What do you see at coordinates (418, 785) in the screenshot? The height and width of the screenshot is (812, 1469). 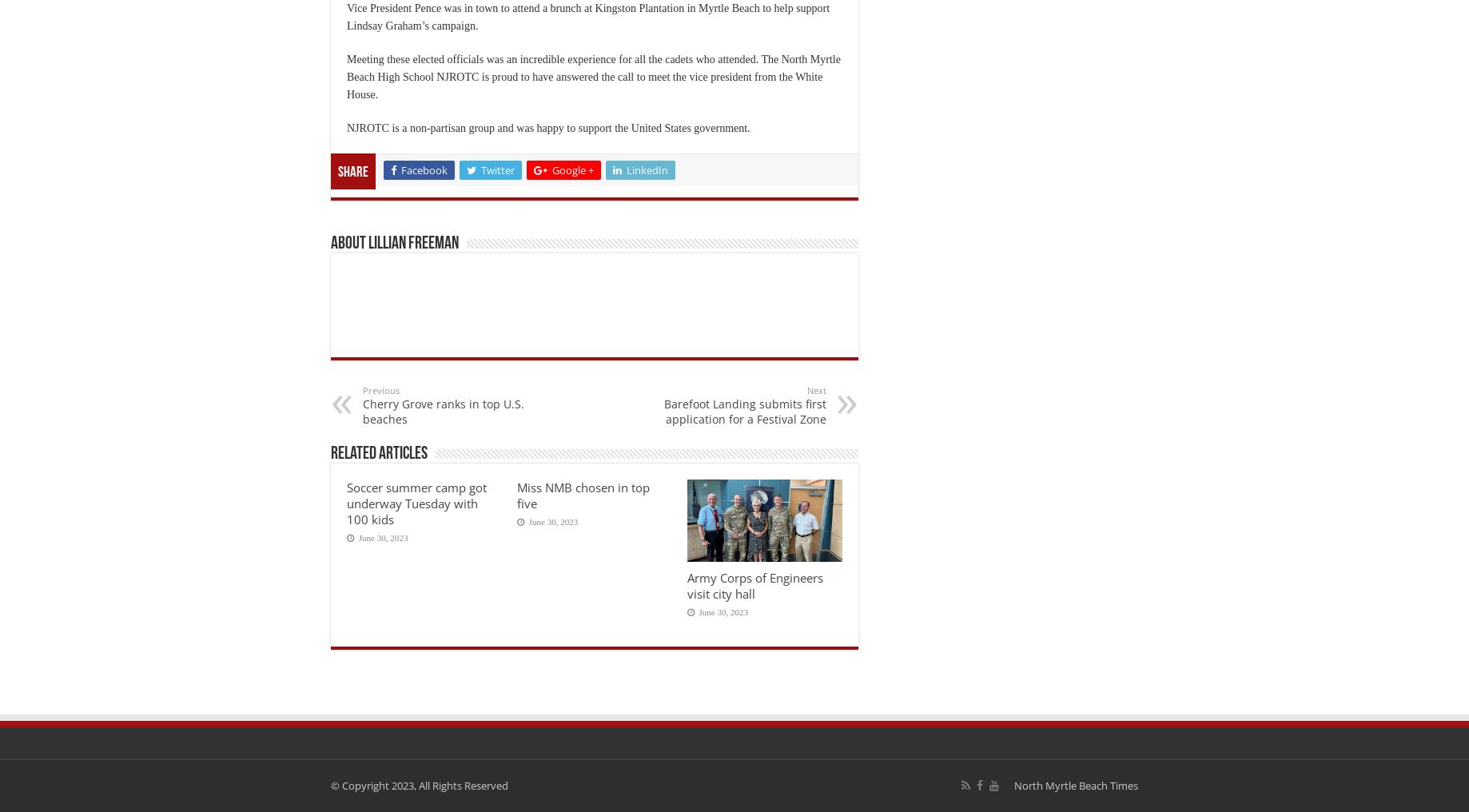 I see `'© Copyright 2023, All Rights Reserved'` at bounding box center [418, 785].